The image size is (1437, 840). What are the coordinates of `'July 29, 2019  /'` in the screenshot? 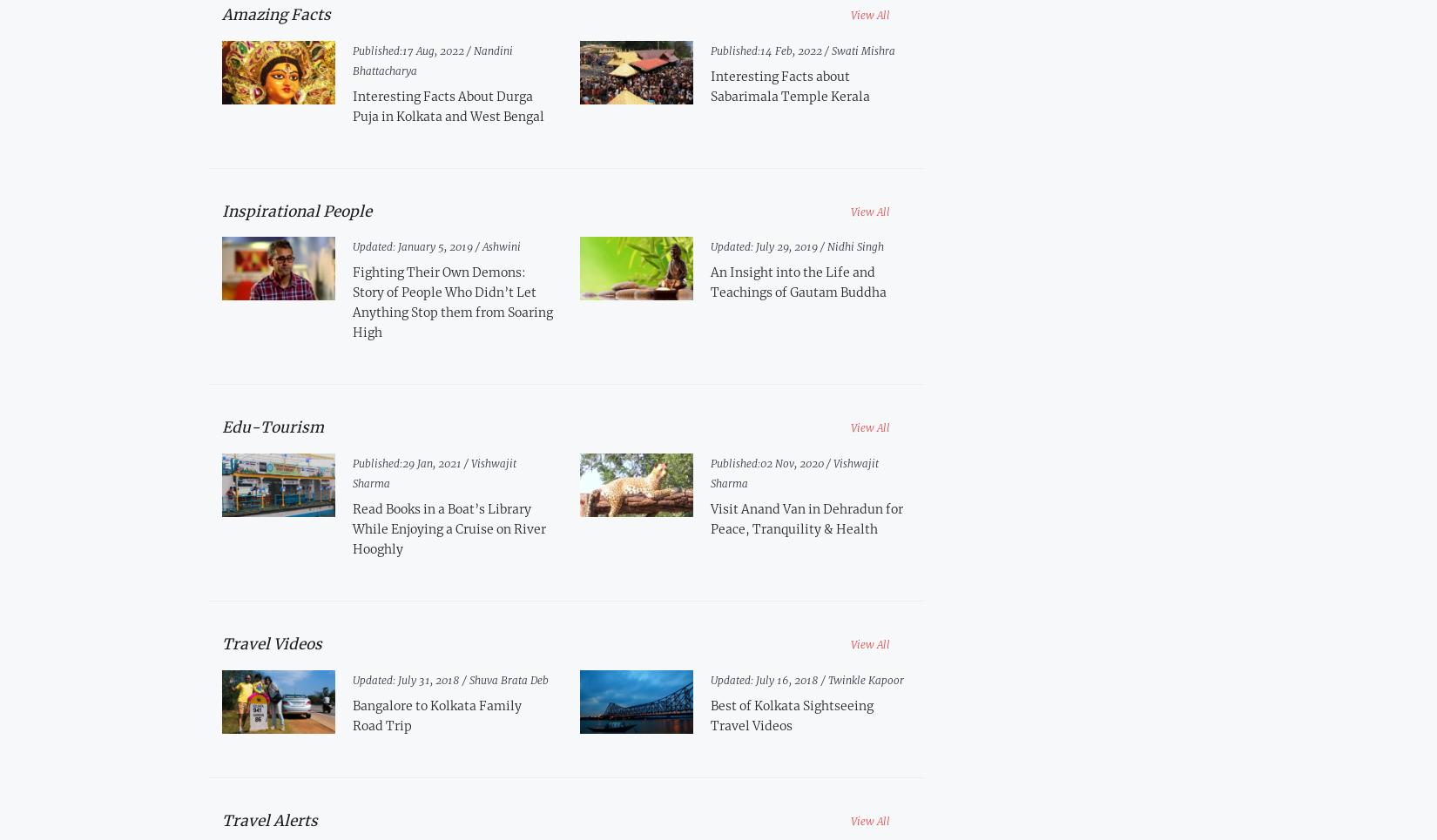 It's located at (752, 246).